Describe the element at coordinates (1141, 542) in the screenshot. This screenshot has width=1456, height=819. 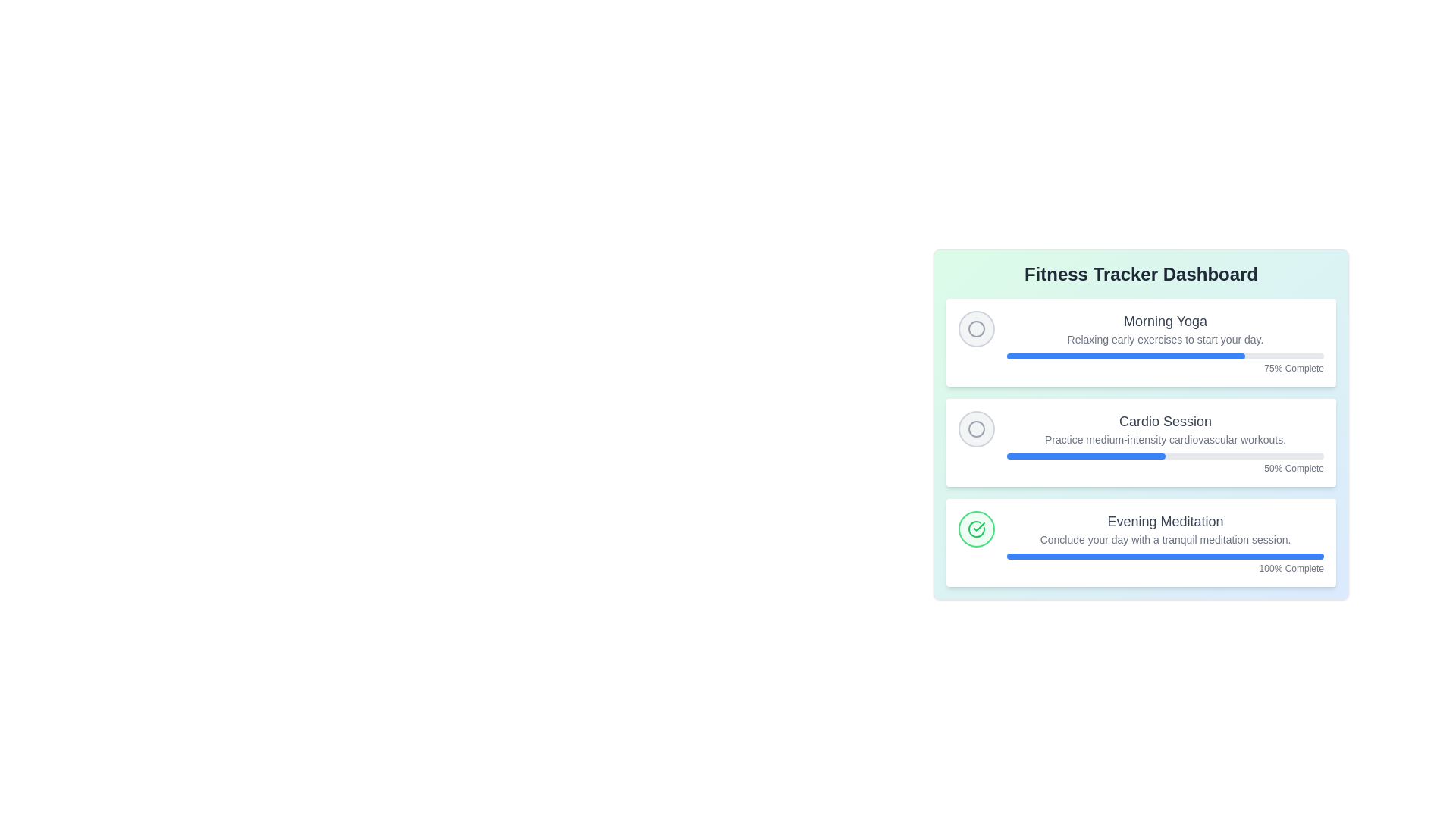
I see `title and description of the informational box indicating the completion status of the 'Evening Meditation' activity, which is positioned as the third item in a vertical stack of three sections` at that location.